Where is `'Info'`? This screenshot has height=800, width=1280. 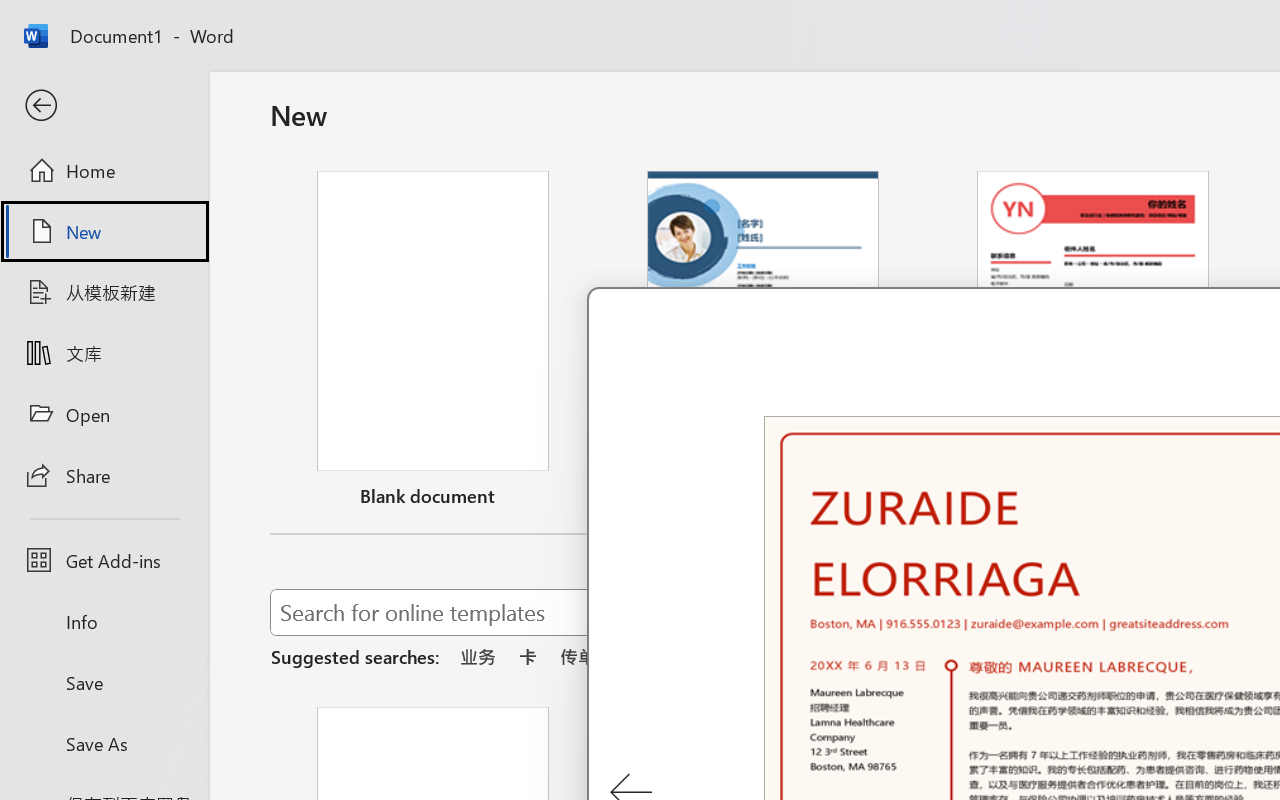 'Info' is located at coordinates (103, 621).